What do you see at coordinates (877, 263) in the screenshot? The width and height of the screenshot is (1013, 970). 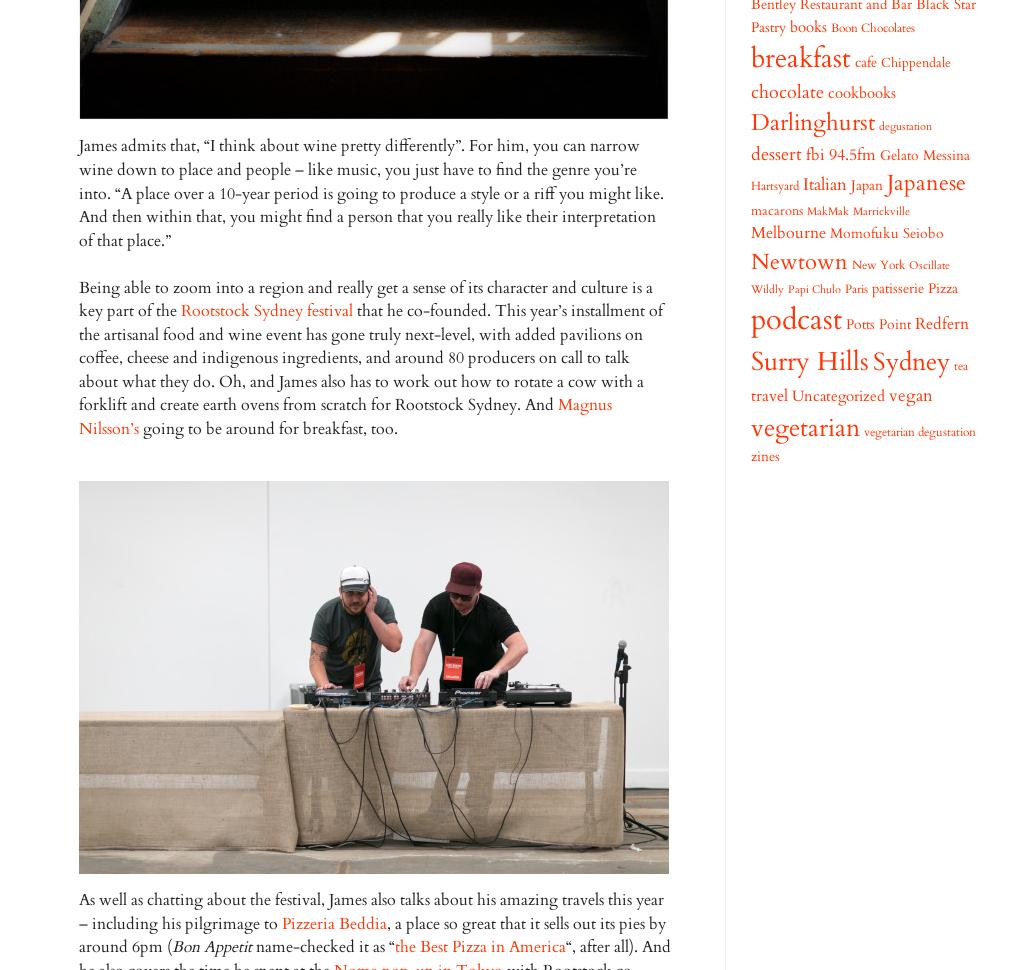 I see `'New York'` at bounding box center [877, 263].